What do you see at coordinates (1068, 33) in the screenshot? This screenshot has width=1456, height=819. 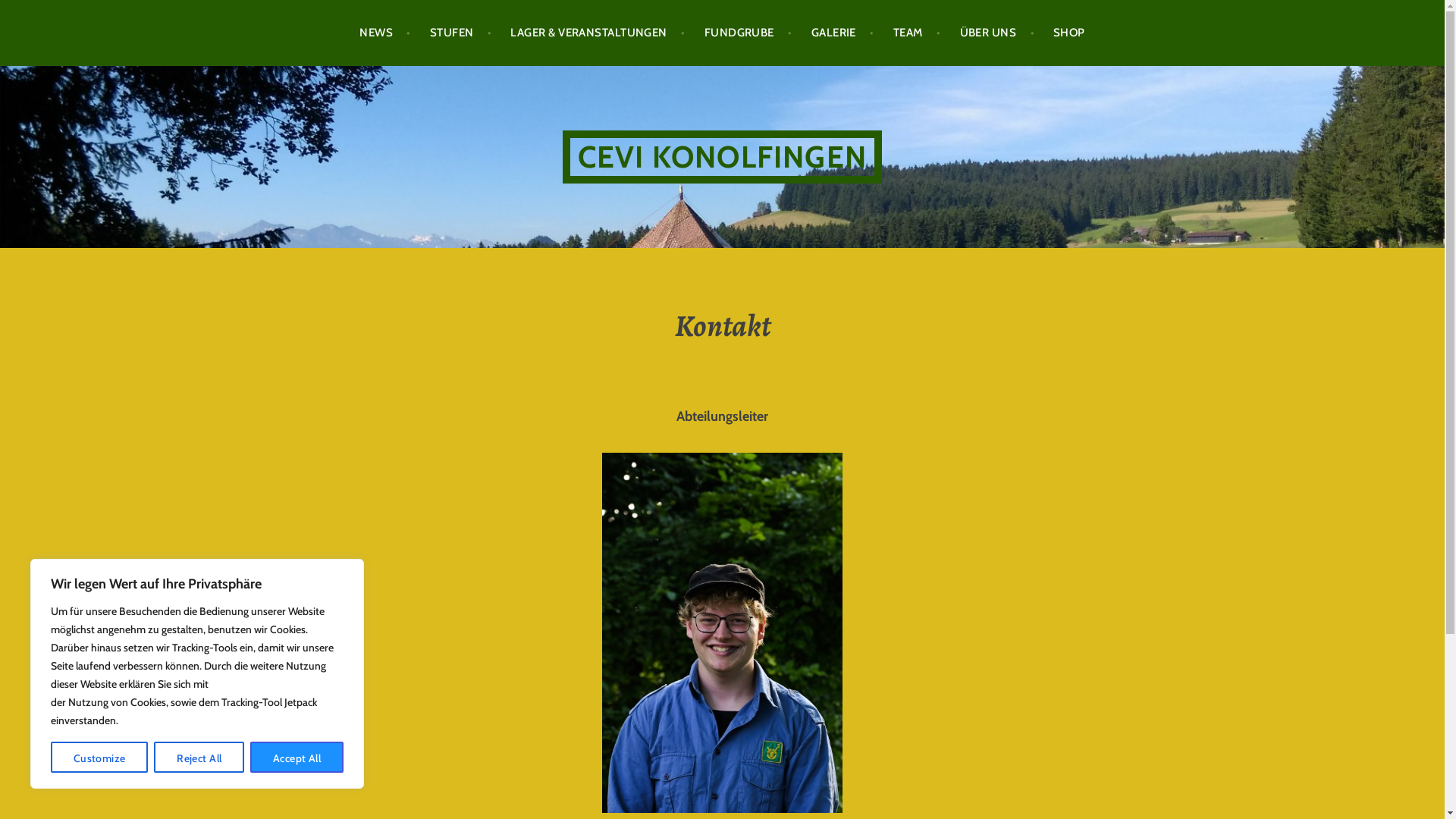 I see `'SHOP'` at bounding box center [1068, 33].